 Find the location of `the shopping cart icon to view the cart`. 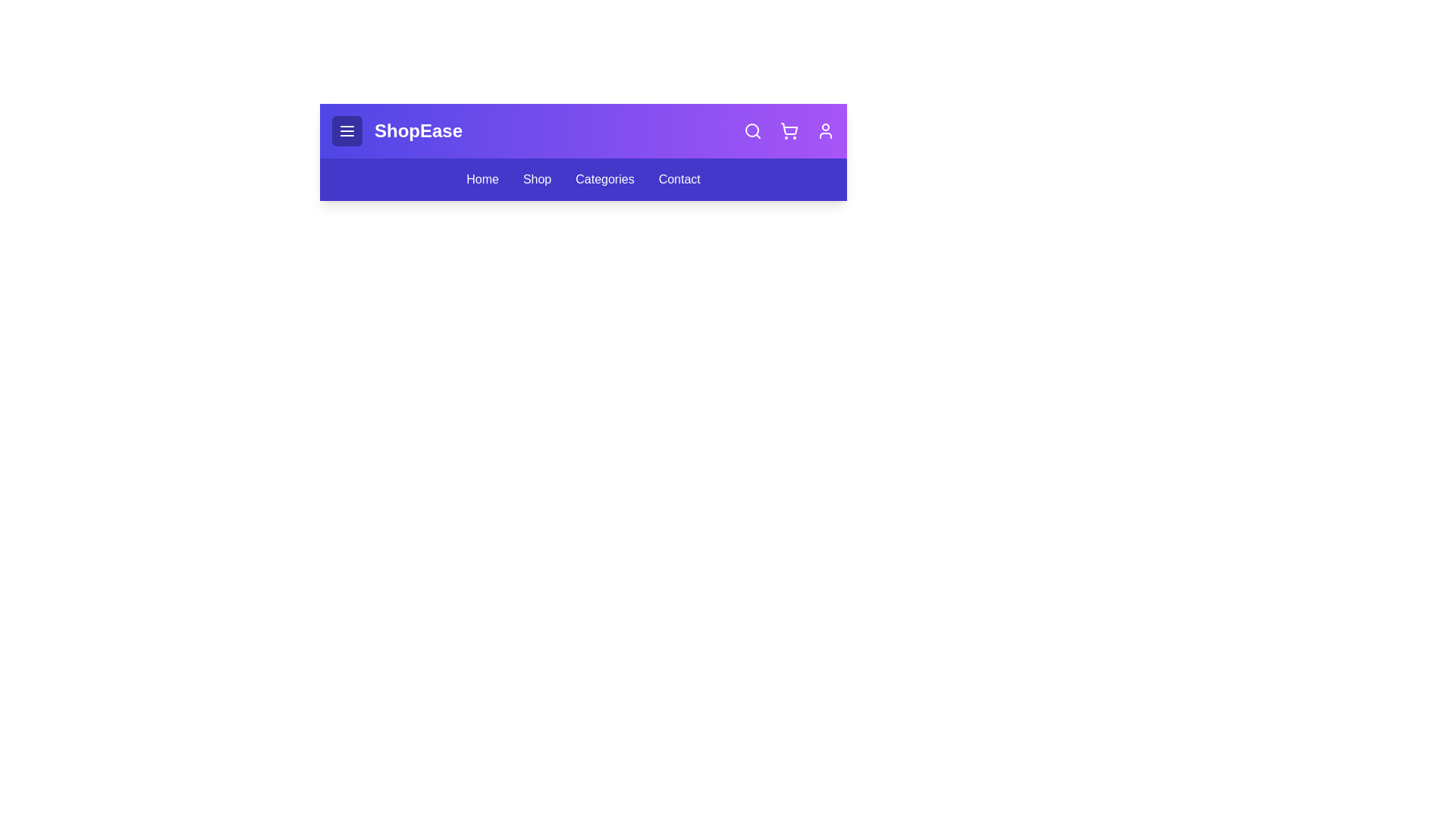

the shopping cart icon to view the cart is located at coordinates (789, 130).